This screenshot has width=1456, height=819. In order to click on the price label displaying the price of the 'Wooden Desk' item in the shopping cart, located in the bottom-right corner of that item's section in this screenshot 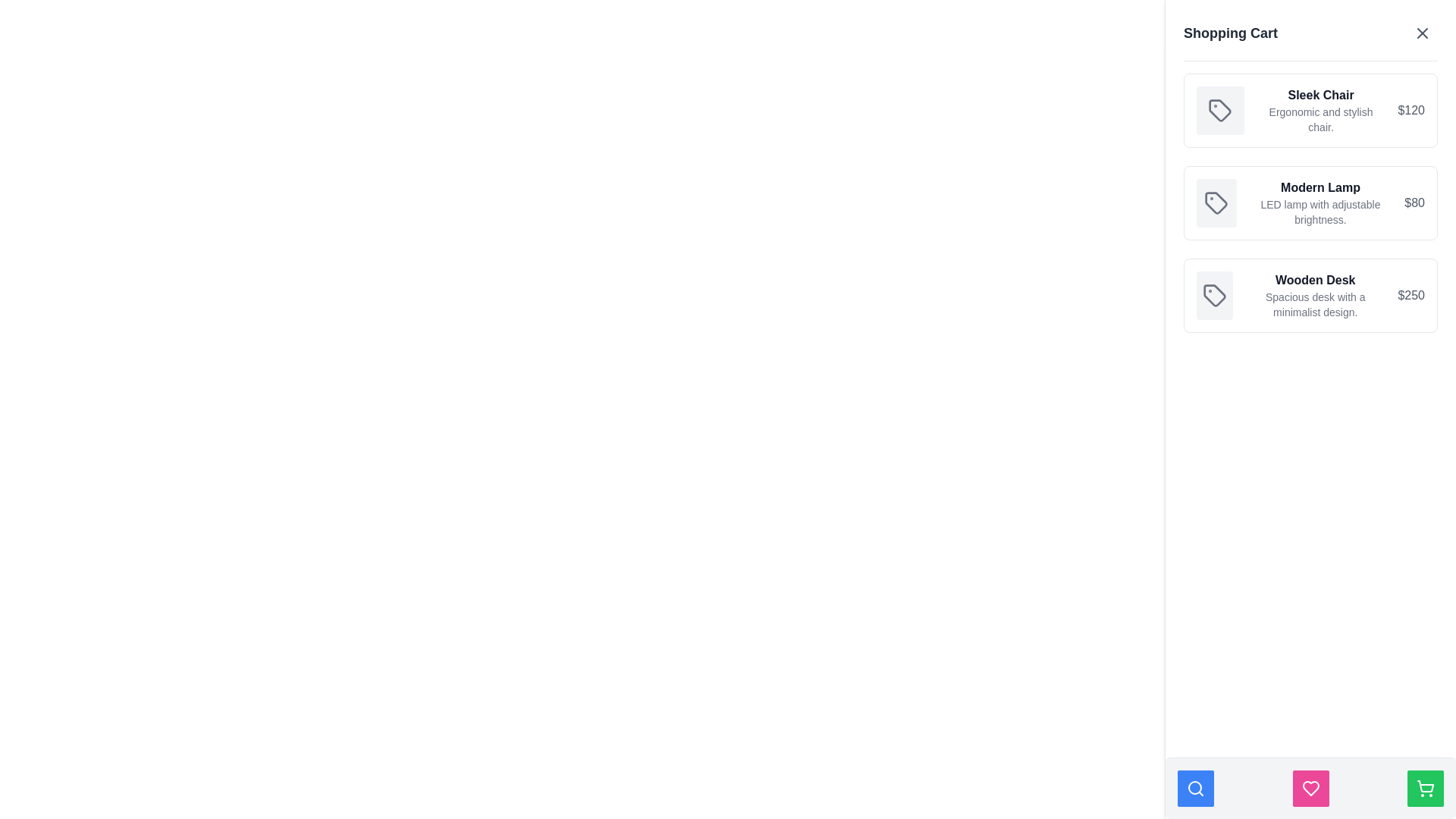, I will do `click(1410, 295)`.